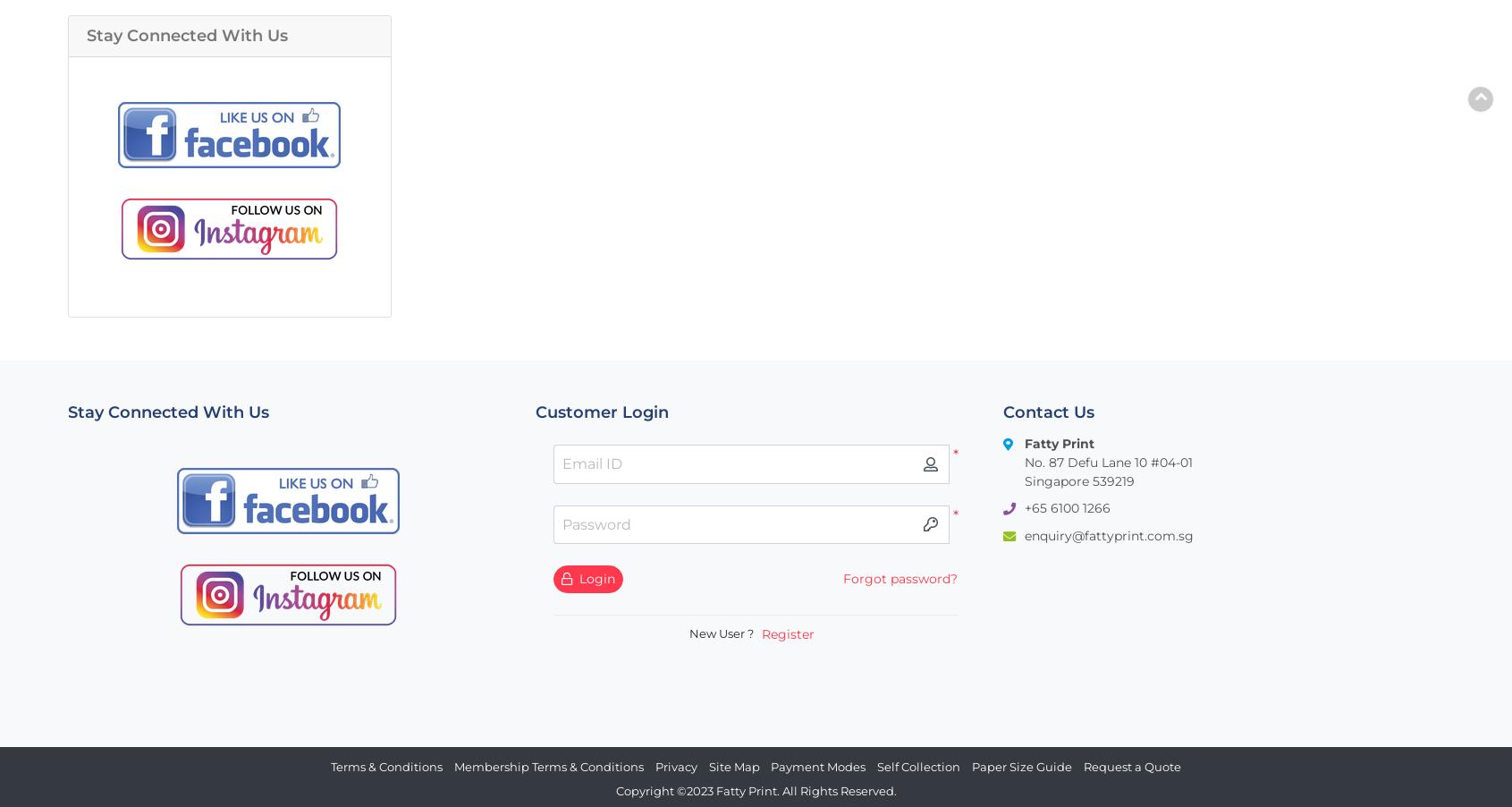 The width and height of the screenshot is (1512, 807). I want to click on 'Copyright ©2023 Fatty Print. All Rights Reserved.', so click(754, 791).